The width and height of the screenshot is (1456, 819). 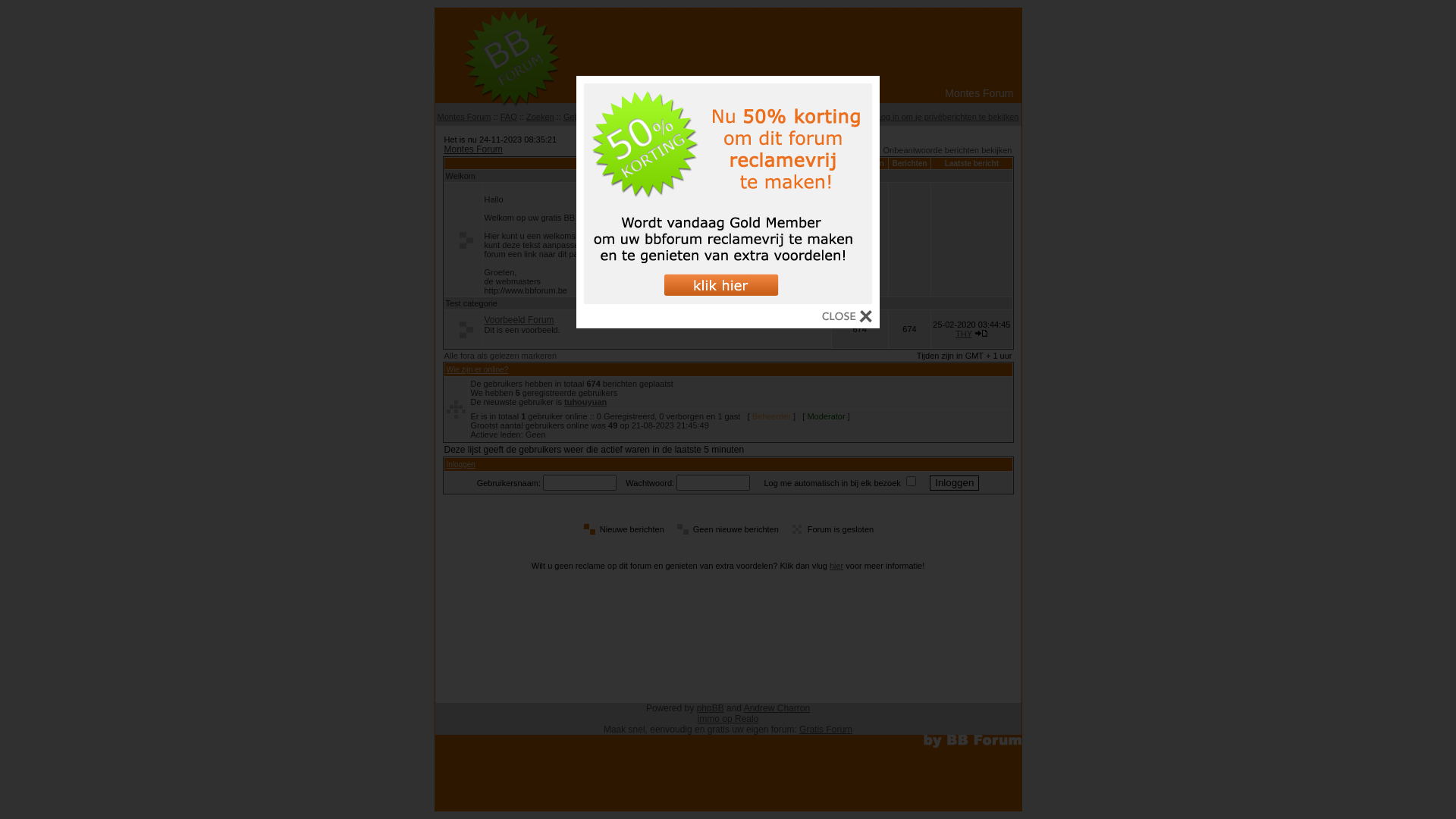 I want to click on 'tuhouyuan', so click(x=585, y=400).